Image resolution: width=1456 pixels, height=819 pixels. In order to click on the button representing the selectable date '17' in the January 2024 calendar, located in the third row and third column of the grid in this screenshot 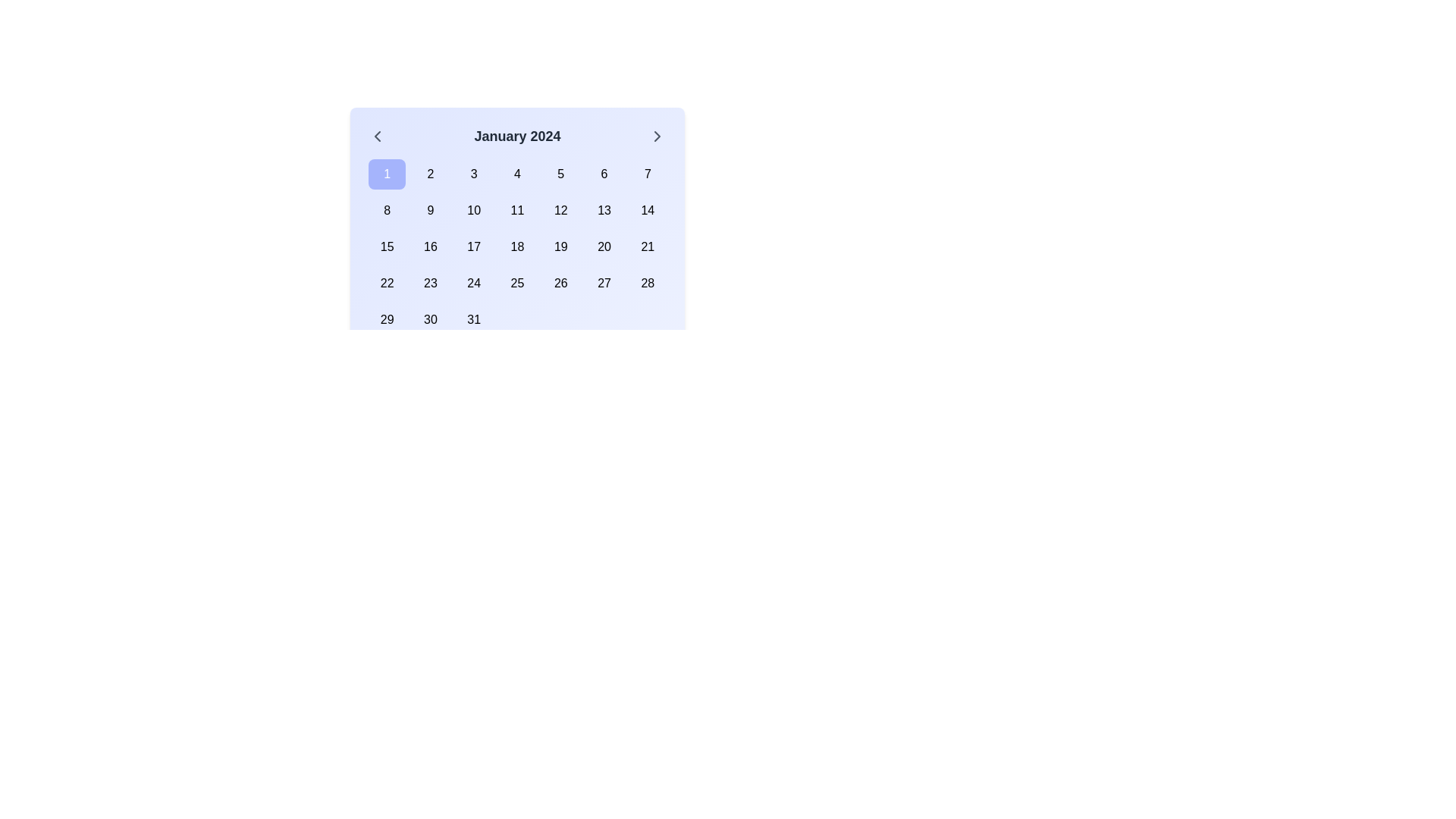, I will do `click(473, 246)`.